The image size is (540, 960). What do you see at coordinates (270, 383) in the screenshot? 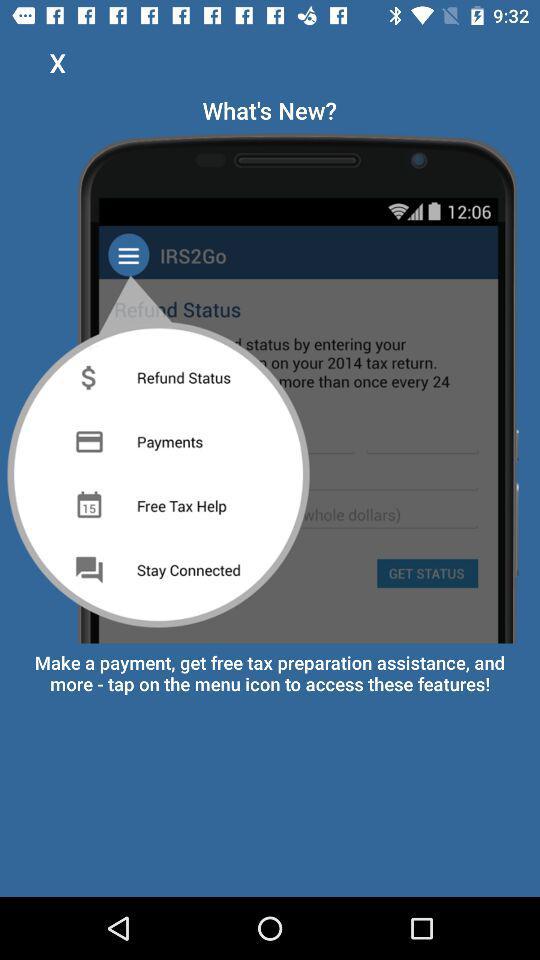
I see `app above the make a payment app` at bounding box center [270, 383].